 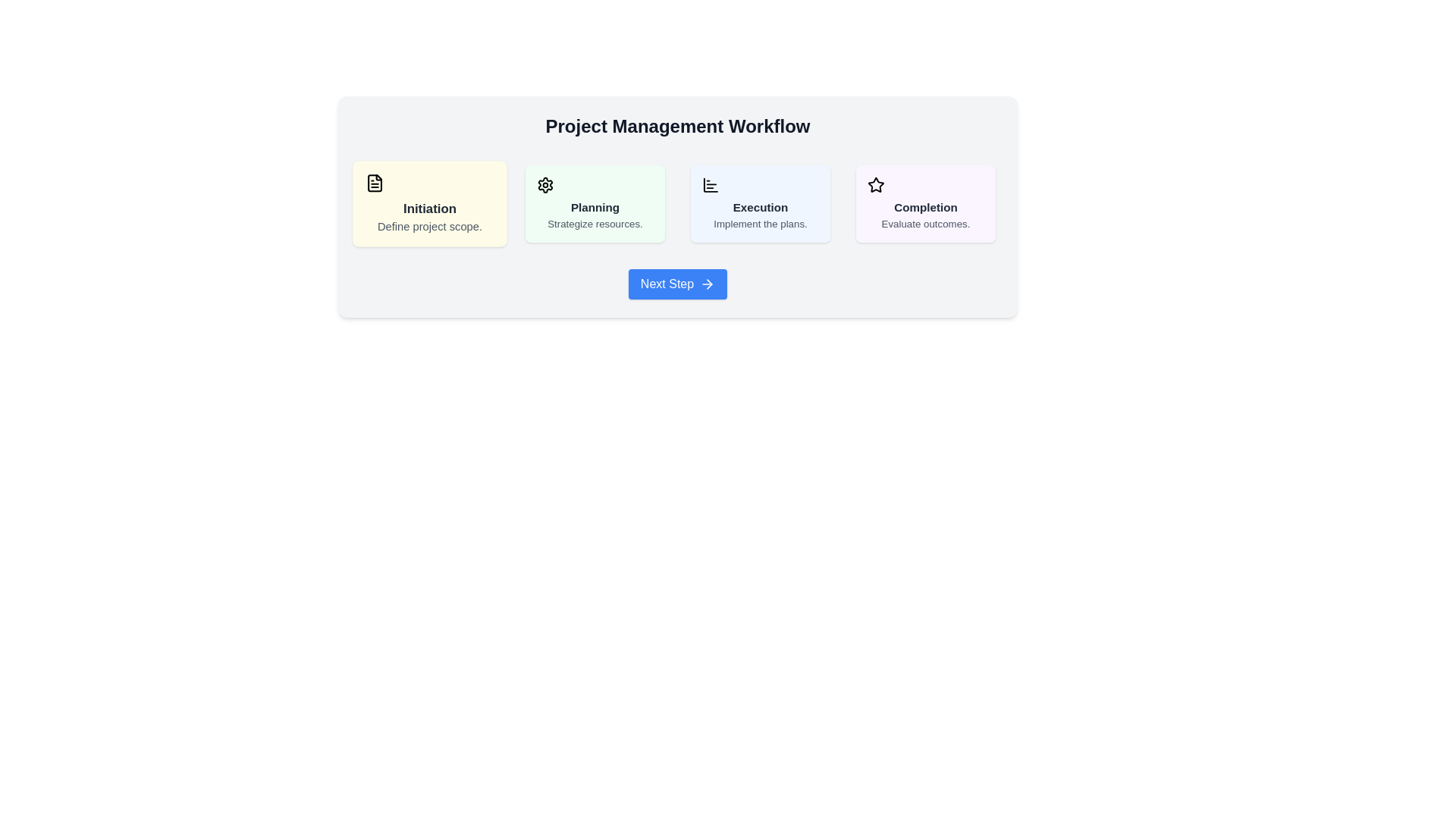 I want to click on the file document icon located at the top left area of the 'Initiation' card in the Project Management Workflow interface, so click(x=375, y=182).